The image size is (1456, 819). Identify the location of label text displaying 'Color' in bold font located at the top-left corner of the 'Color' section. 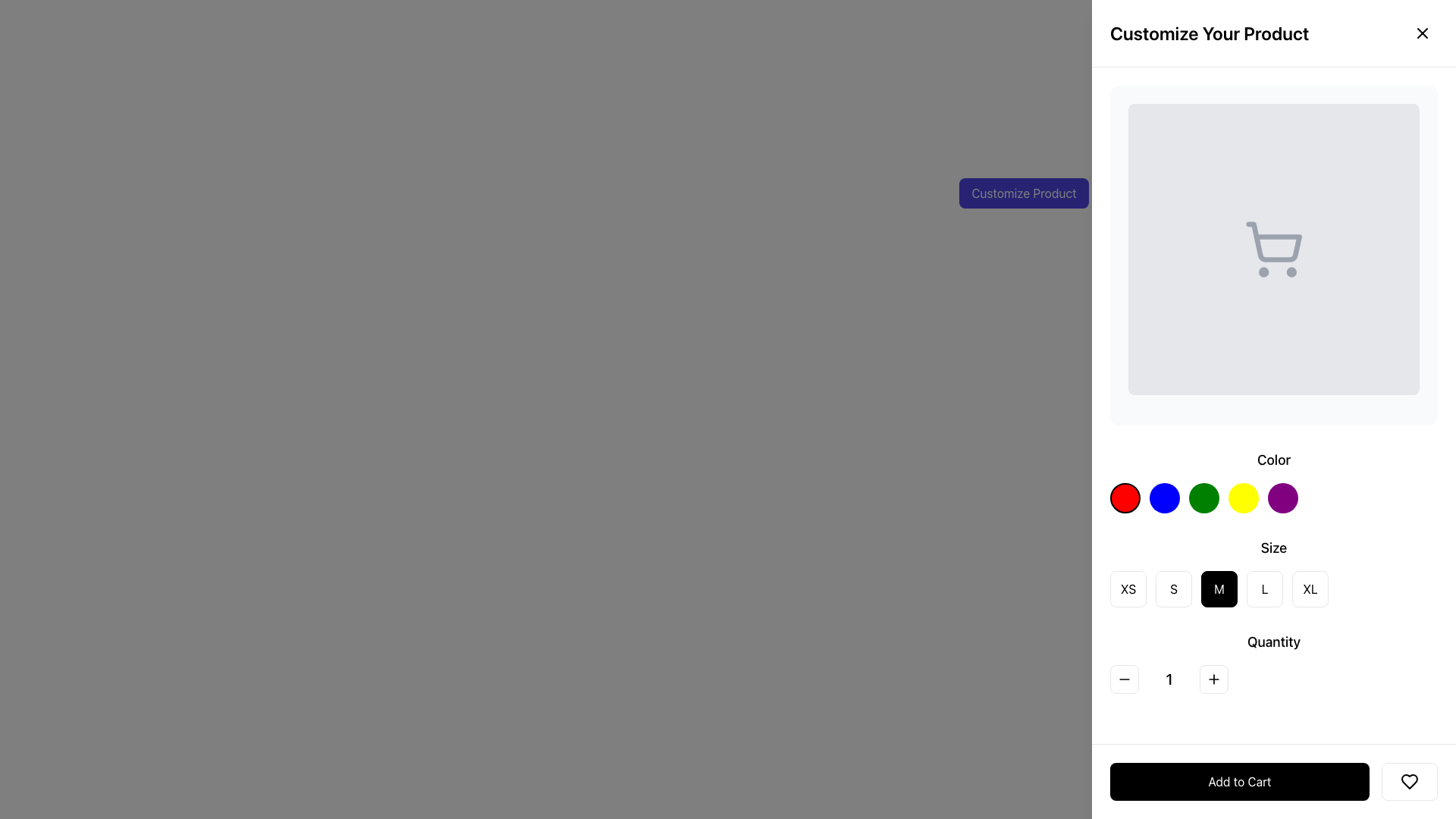
(1274, 459).